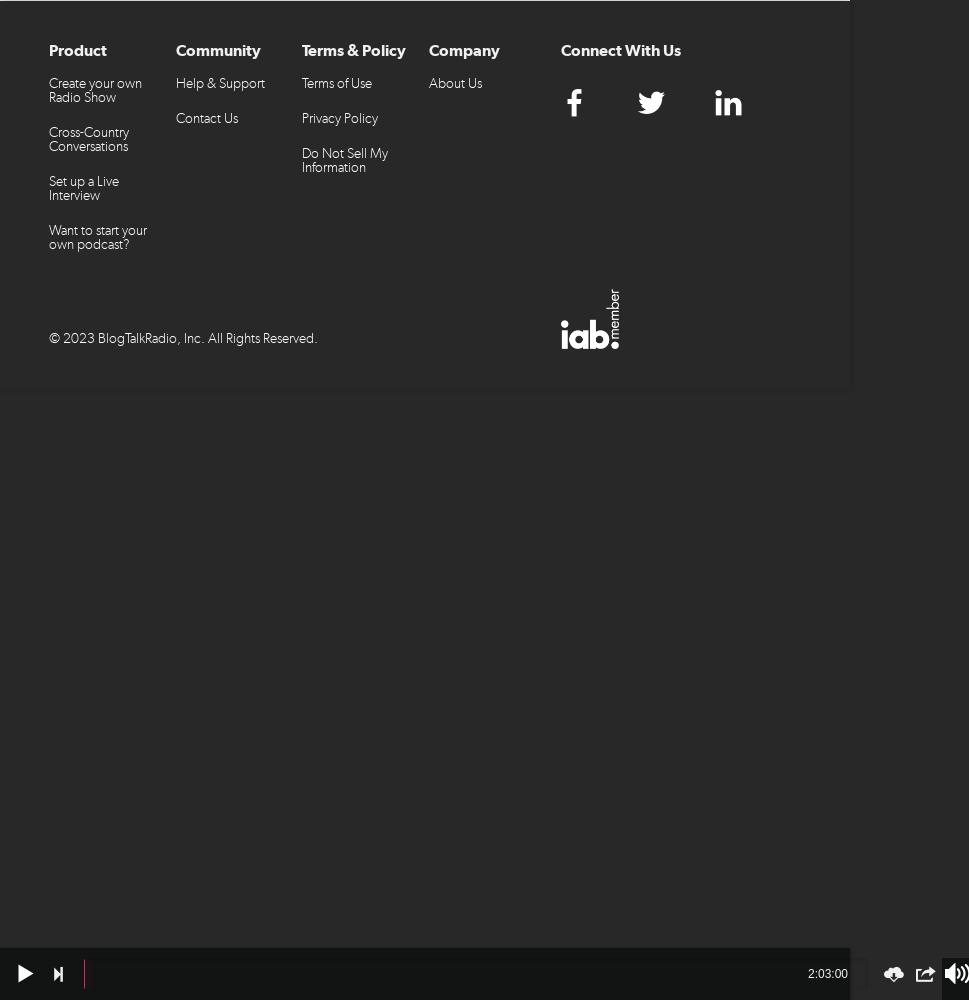 This screenshot has height=1000, width=969. What do you see at coordinates (97, 236) in the screenshot?
I see `'Want to start your own podcast?'` at bounding box center [97, 236].